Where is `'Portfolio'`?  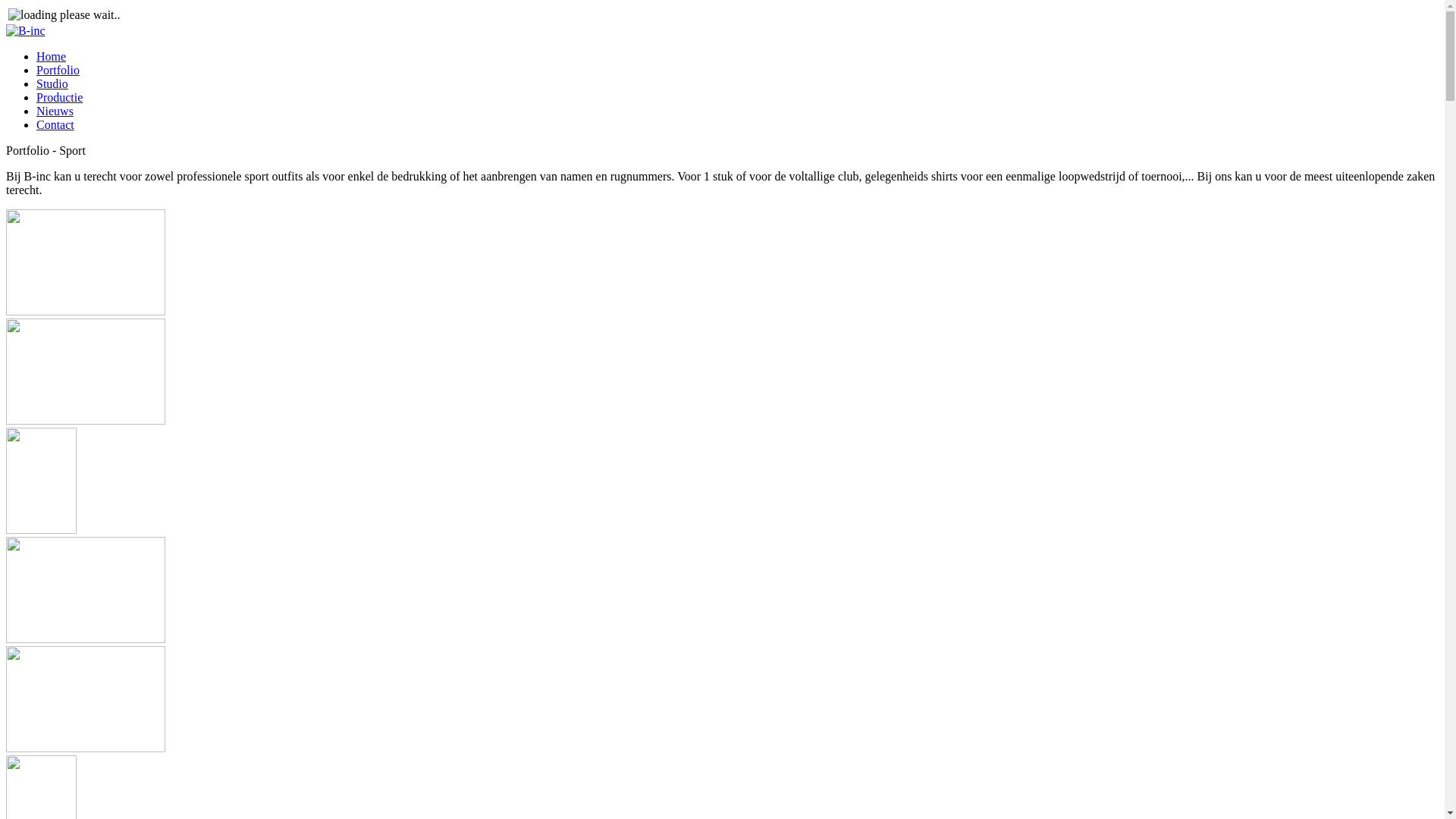 'Portfolio' is located at coordinates (58, 70).